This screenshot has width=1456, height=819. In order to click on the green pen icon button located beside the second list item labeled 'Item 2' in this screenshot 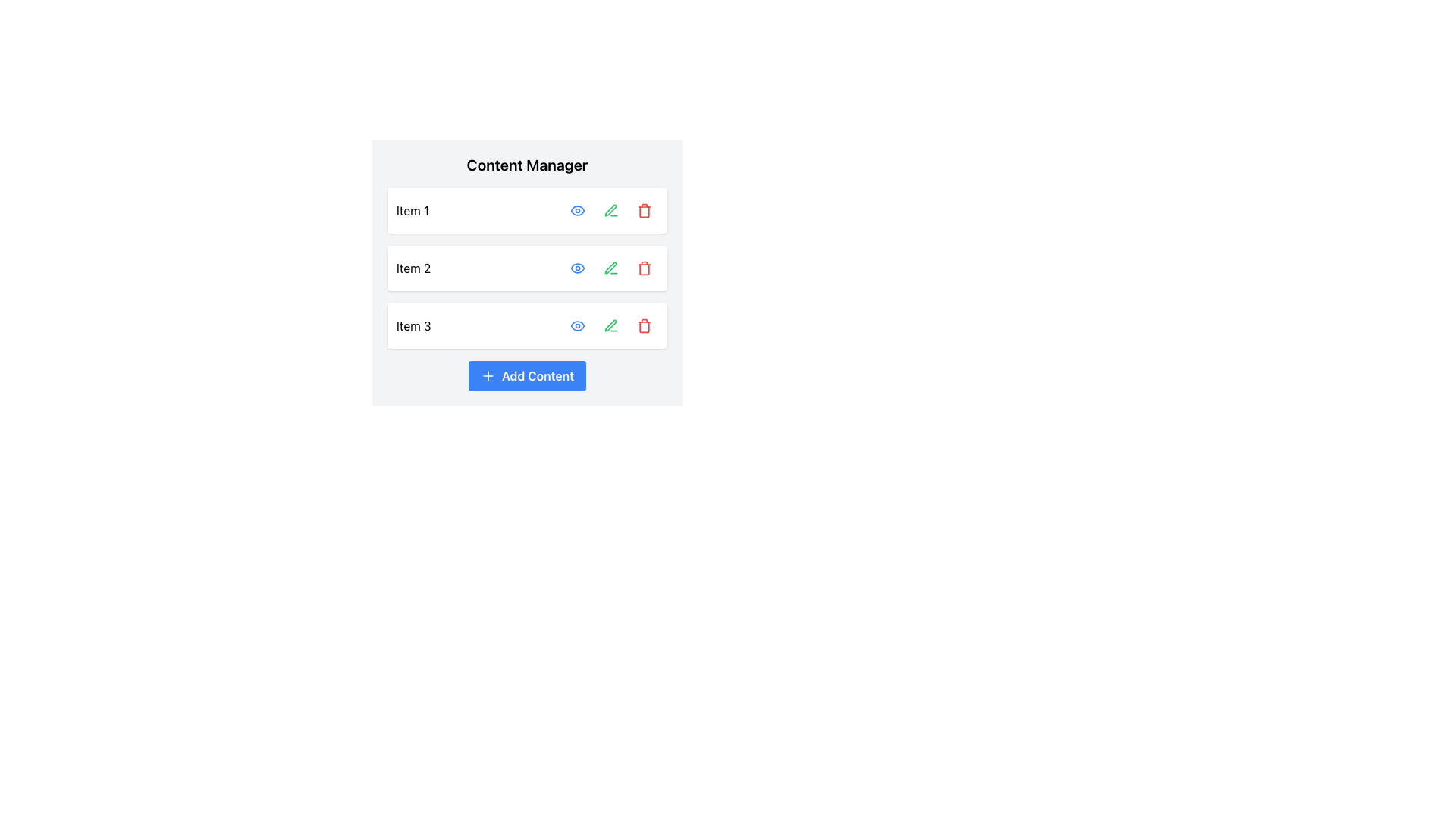, I will do `click(611, 268)`.